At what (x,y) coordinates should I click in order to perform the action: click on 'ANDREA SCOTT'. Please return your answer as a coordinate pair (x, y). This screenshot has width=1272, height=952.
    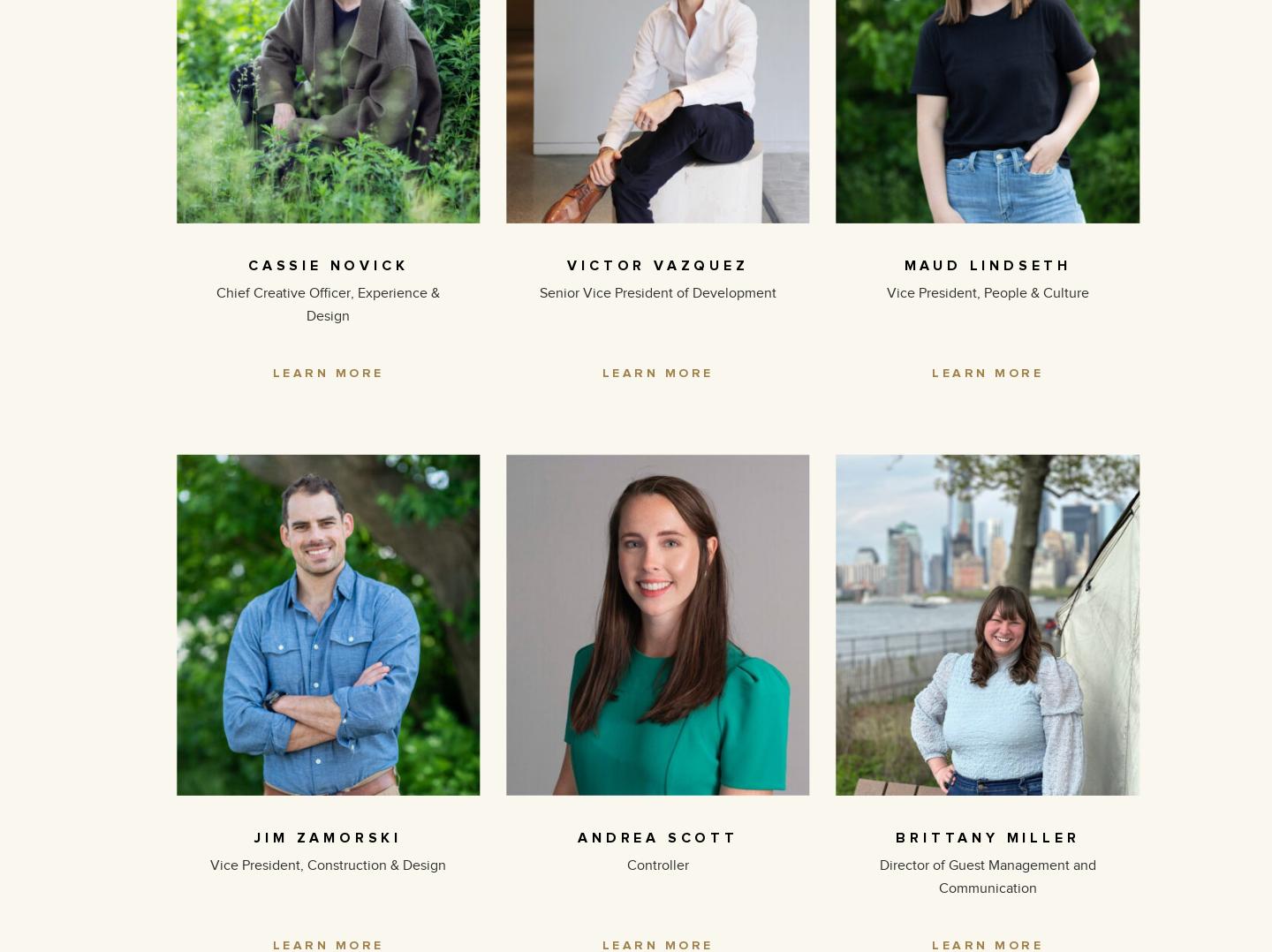
    Looking at the image, I should click on (656, 835).